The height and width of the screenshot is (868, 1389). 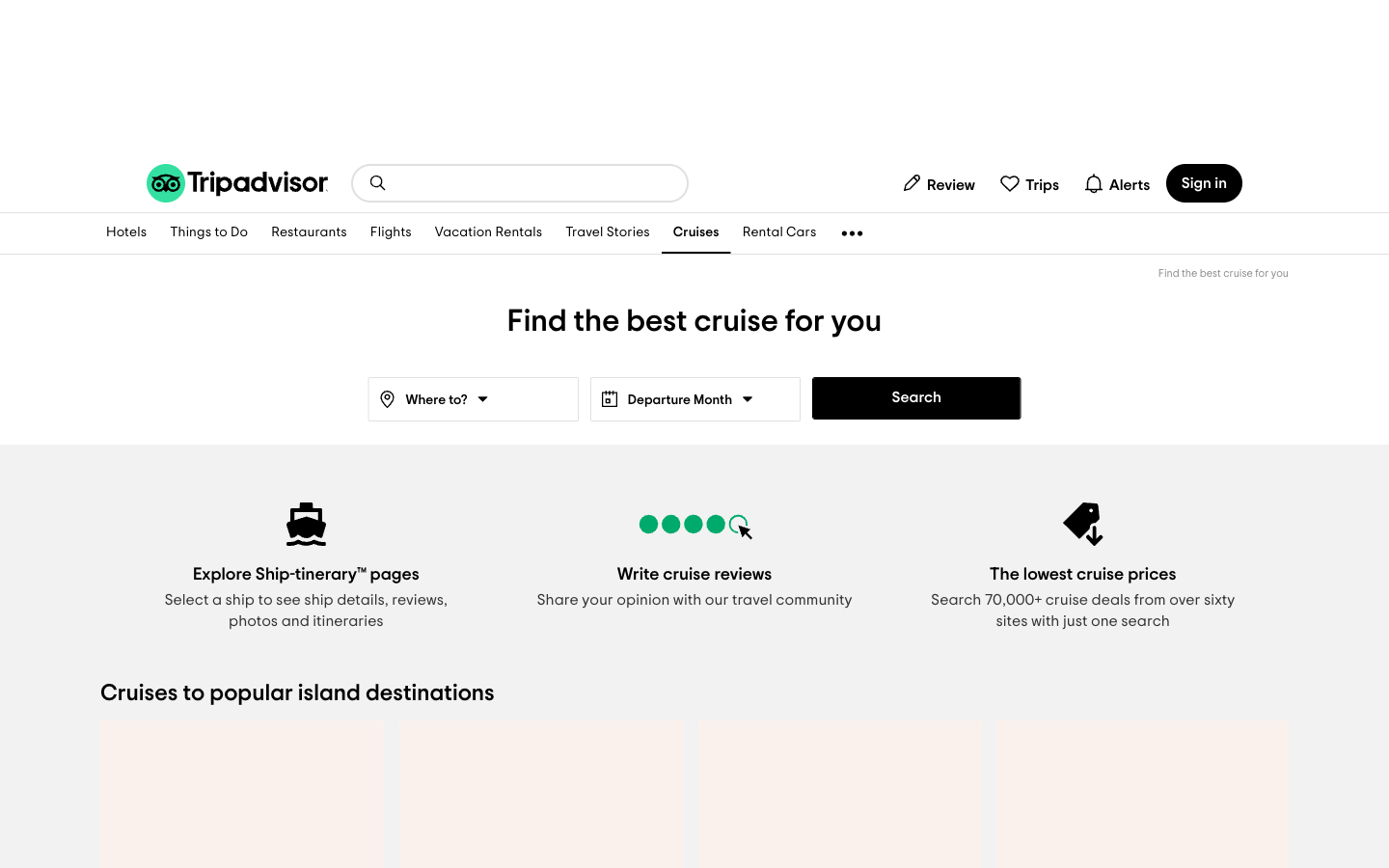 What do you see at coordinates (1203, 182) in the screenshot?
I see `the login screen` at bounding box center [1203, 182].